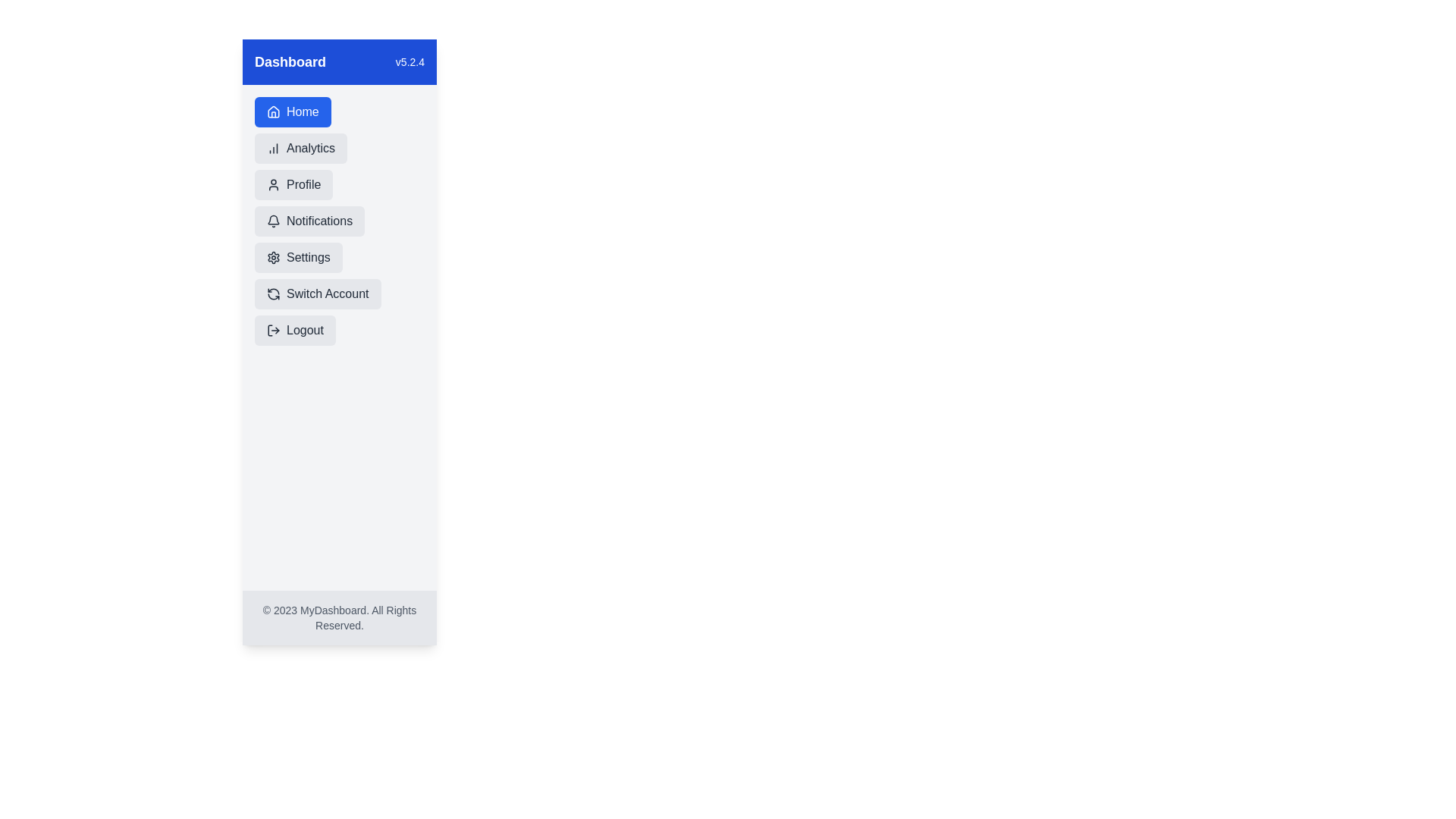  I want to click on copyright information text label displayed at the bottom of the interface for the 'MyDashboard' application, indicating ownership and rights reserved for the year 2023, so click(338, 617).